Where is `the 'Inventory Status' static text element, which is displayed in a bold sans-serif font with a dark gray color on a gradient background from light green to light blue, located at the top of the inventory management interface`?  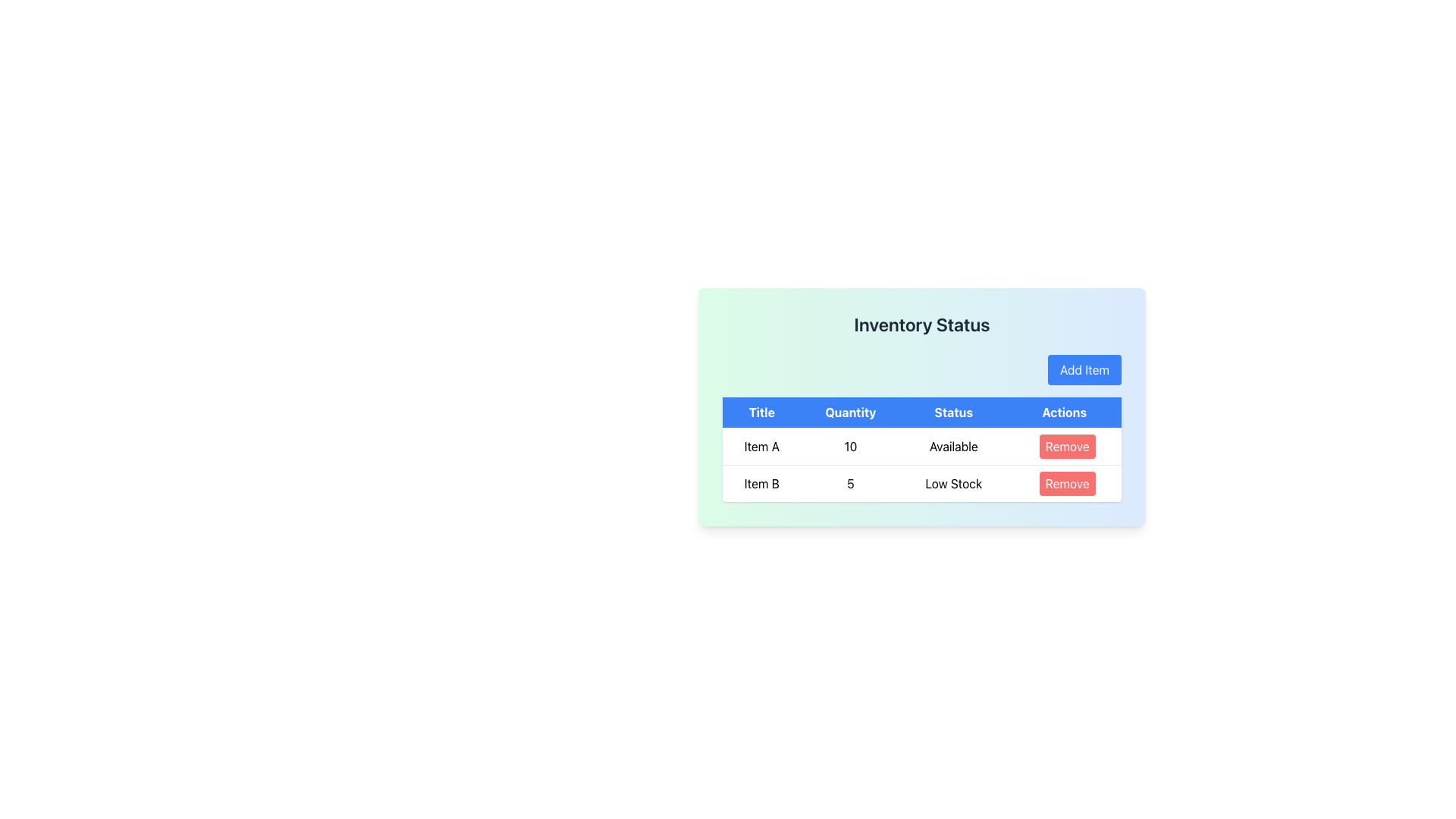 the 'Inventory Status' static text element, which is displayed in a bold sans-serif font with a dark gray color on a gradient background from light green to light blue, located at the top of the inventory management interface is located at coordinates (921, 324).